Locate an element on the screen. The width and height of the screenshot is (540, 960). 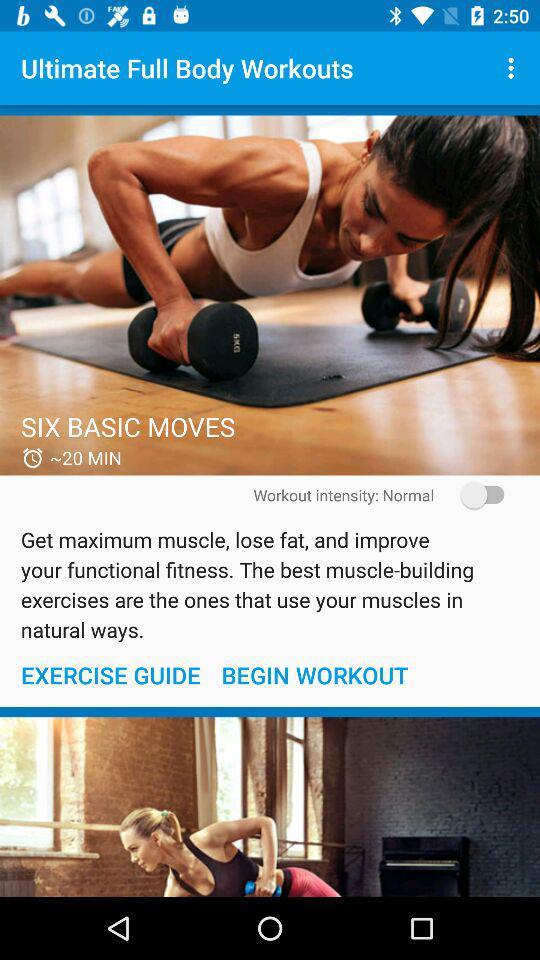
icon below the get maximum muscle item is located at coordinates (110, 675).